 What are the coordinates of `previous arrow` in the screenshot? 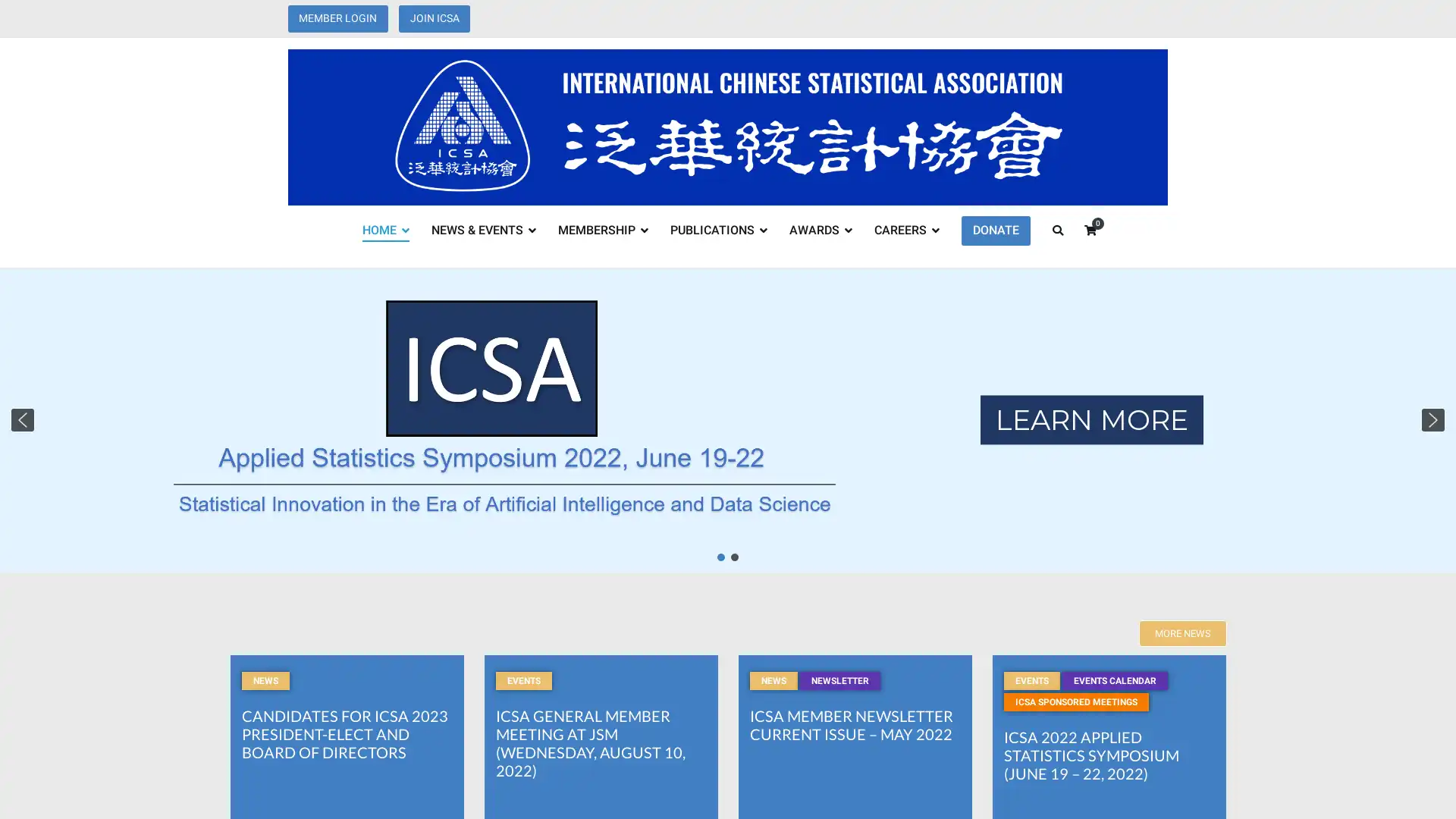 It's located at (22, 419).